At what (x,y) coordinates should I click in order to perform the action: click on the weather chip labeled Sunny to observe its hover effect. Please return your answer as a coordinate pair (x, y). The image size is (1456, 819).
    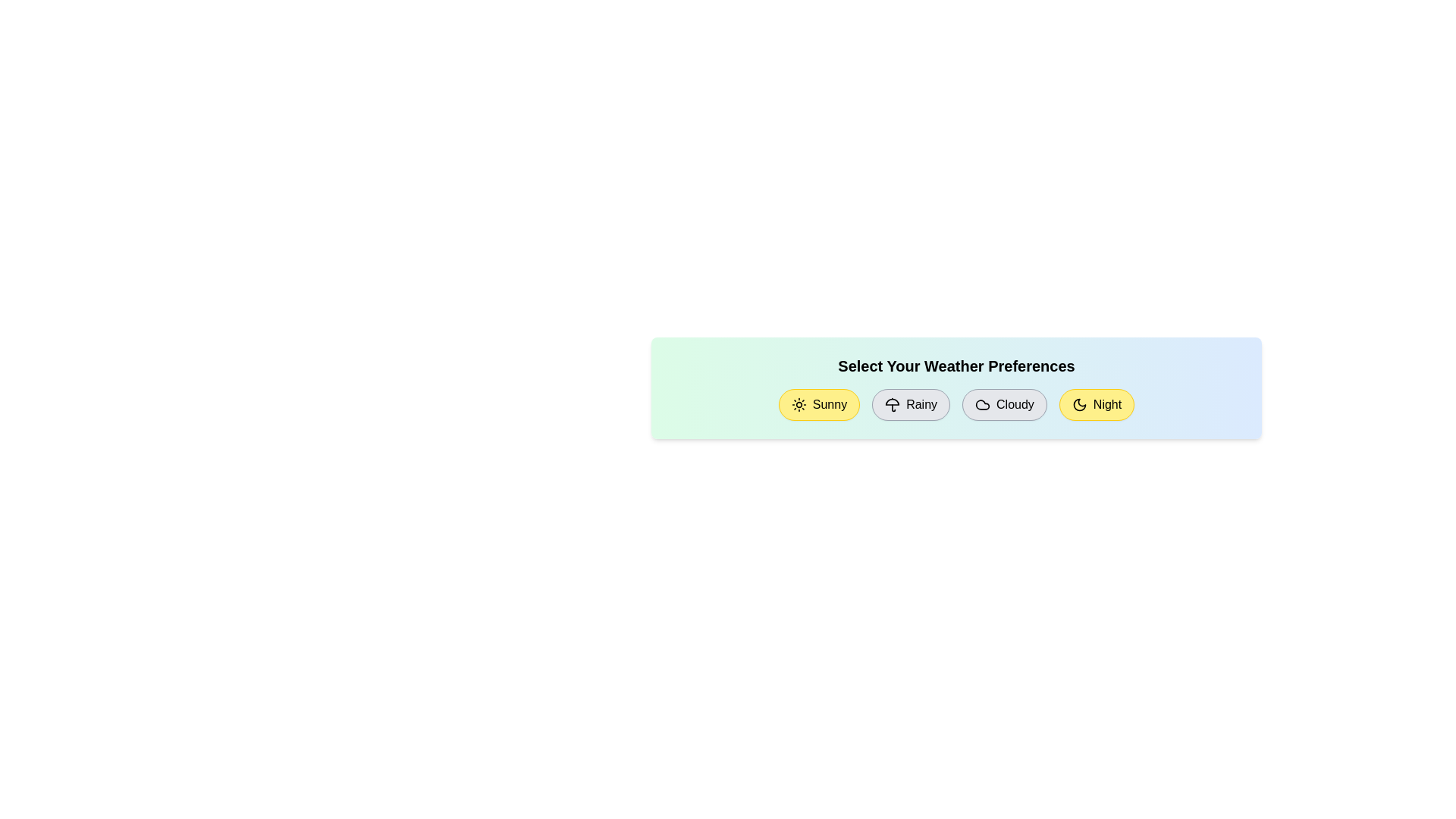
    Looking at the image, I should click on (818, 403).